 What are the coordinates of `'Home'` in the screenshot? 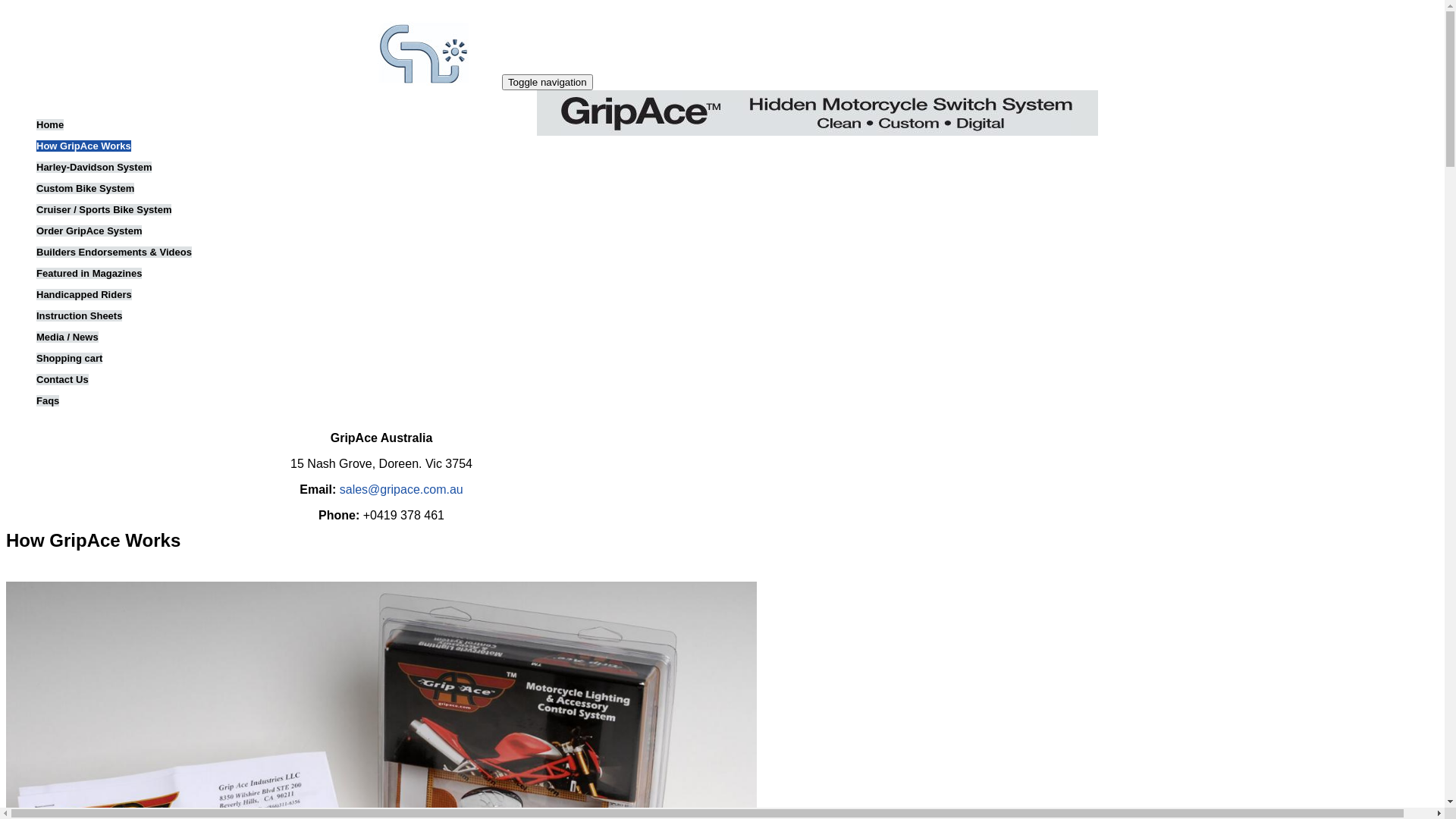 It's located at (346, 81).